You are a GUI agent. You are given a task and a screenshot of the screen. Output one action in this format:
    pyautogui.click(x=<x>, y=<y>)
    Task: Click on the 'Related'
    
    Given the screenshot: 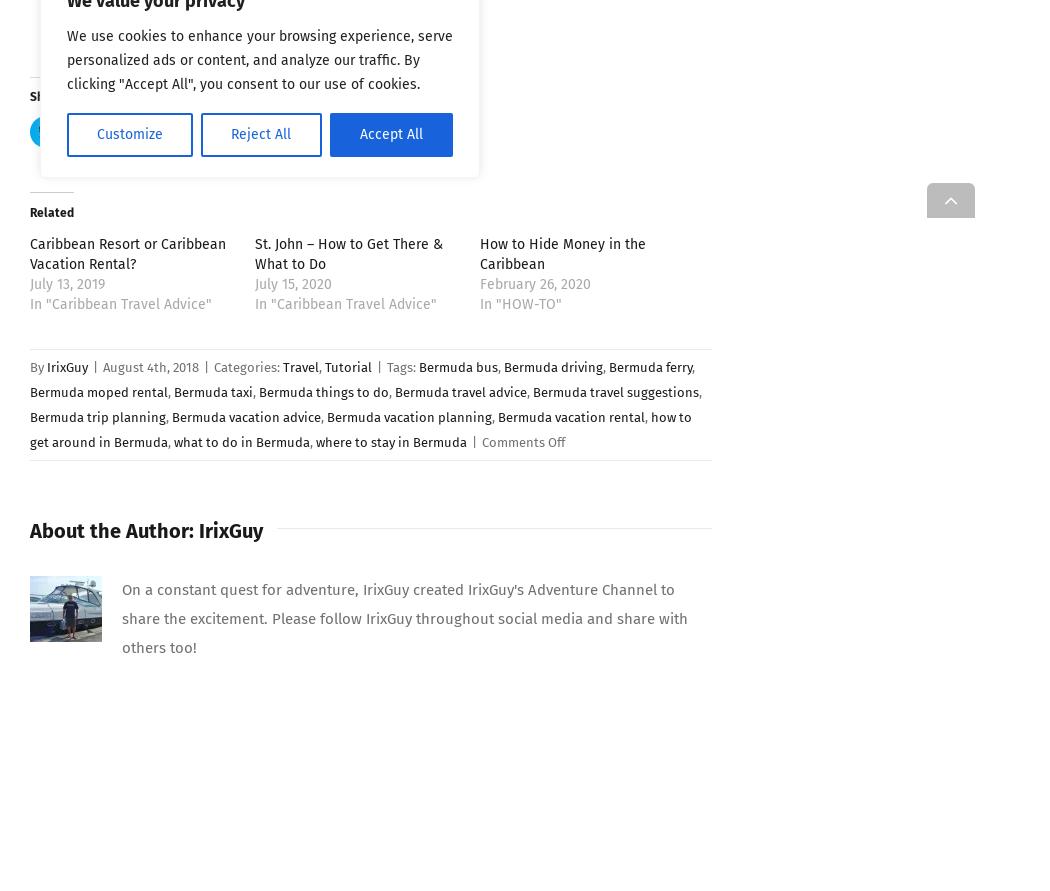 What is the action you would take?
    pyautogui.click(x=50, y=213)
    